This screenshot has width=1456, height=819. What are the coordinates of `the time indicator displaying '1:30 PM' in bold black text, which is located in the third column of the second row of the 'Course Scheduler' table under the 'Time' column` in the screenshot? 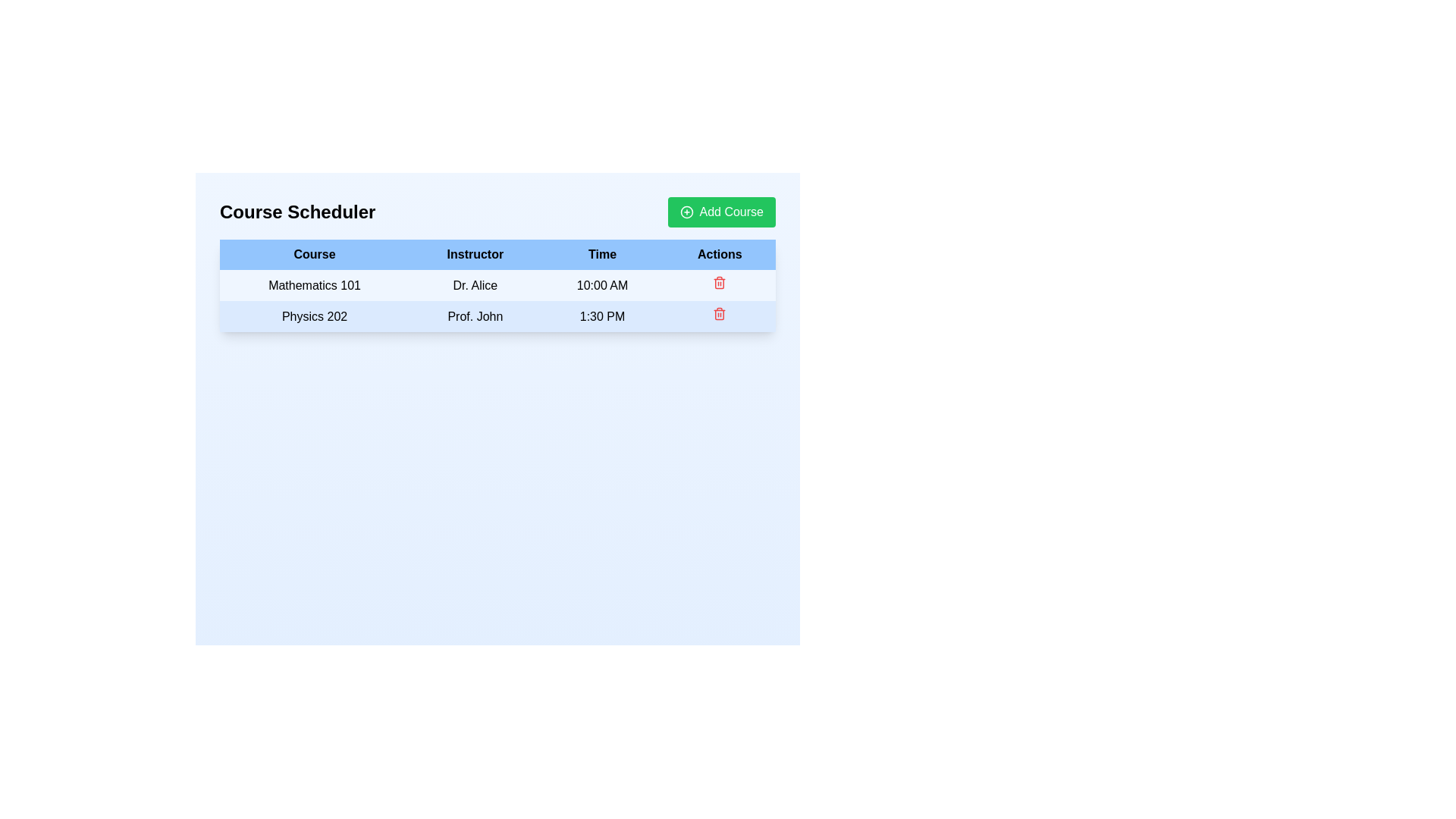 It's located at (601, 315).